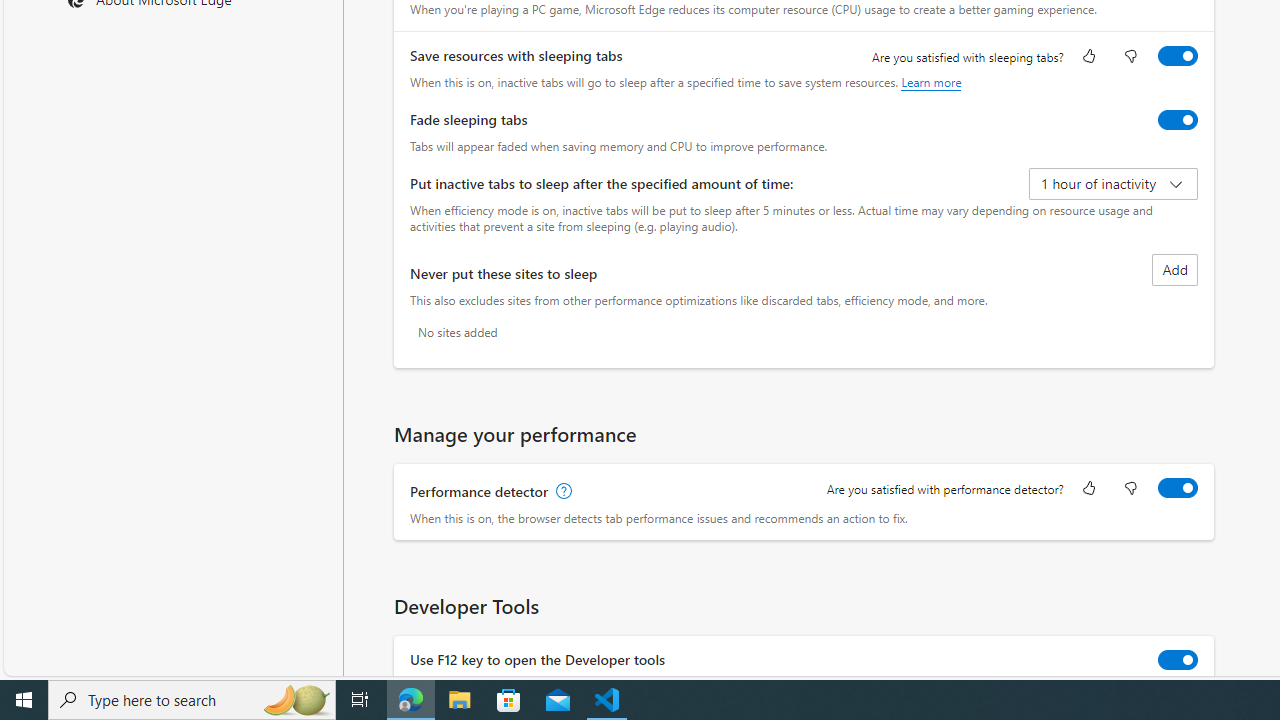 This screenshot has width=1280, height=720. I want to click on 'Performance detector, learn more', so click(561, 492).